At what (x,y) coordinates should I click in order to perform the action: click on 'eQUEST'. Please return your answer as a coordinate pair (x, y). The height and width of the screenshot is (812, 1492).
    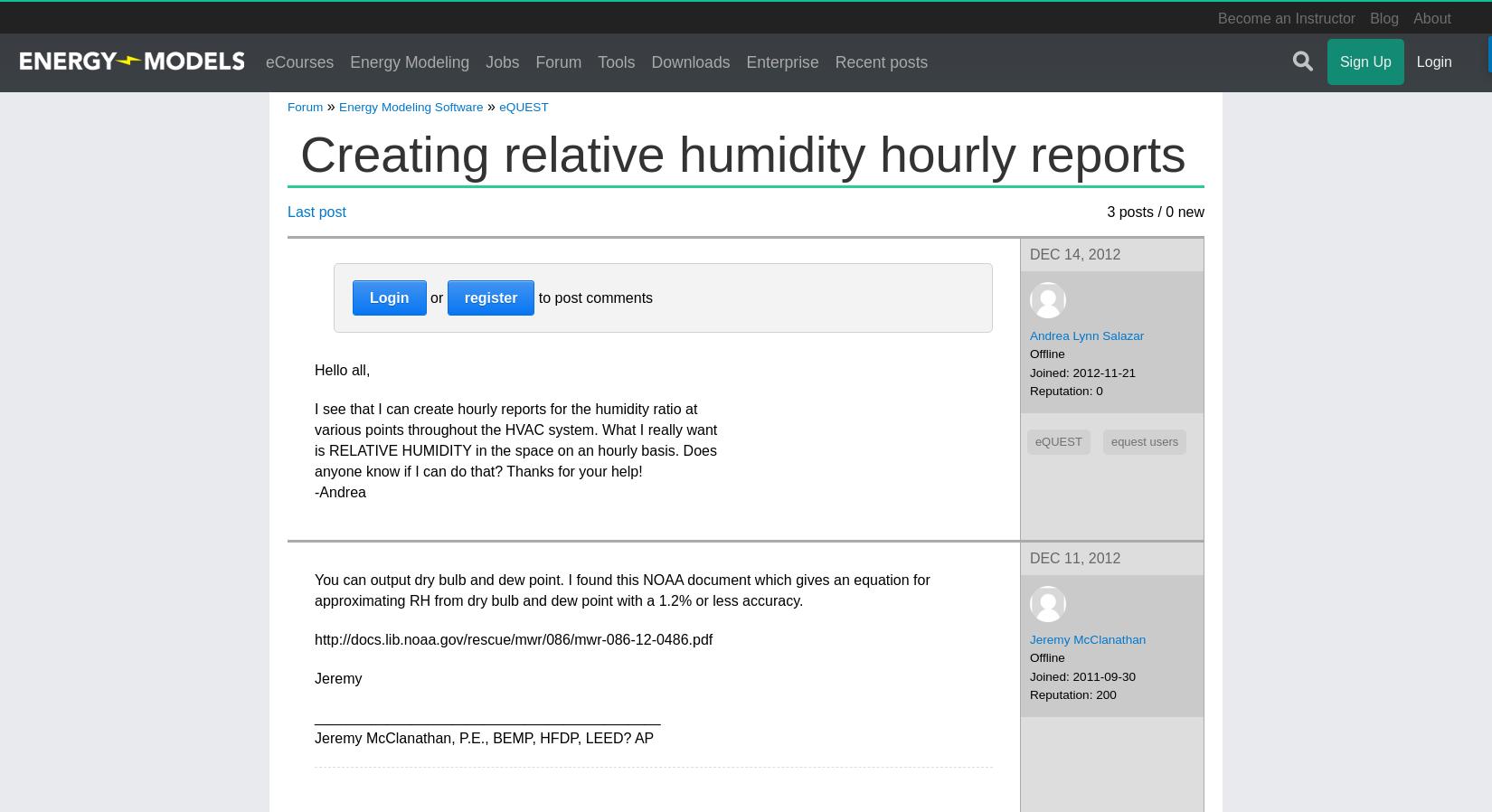
    Looking at the image, I should click on (522, 105).